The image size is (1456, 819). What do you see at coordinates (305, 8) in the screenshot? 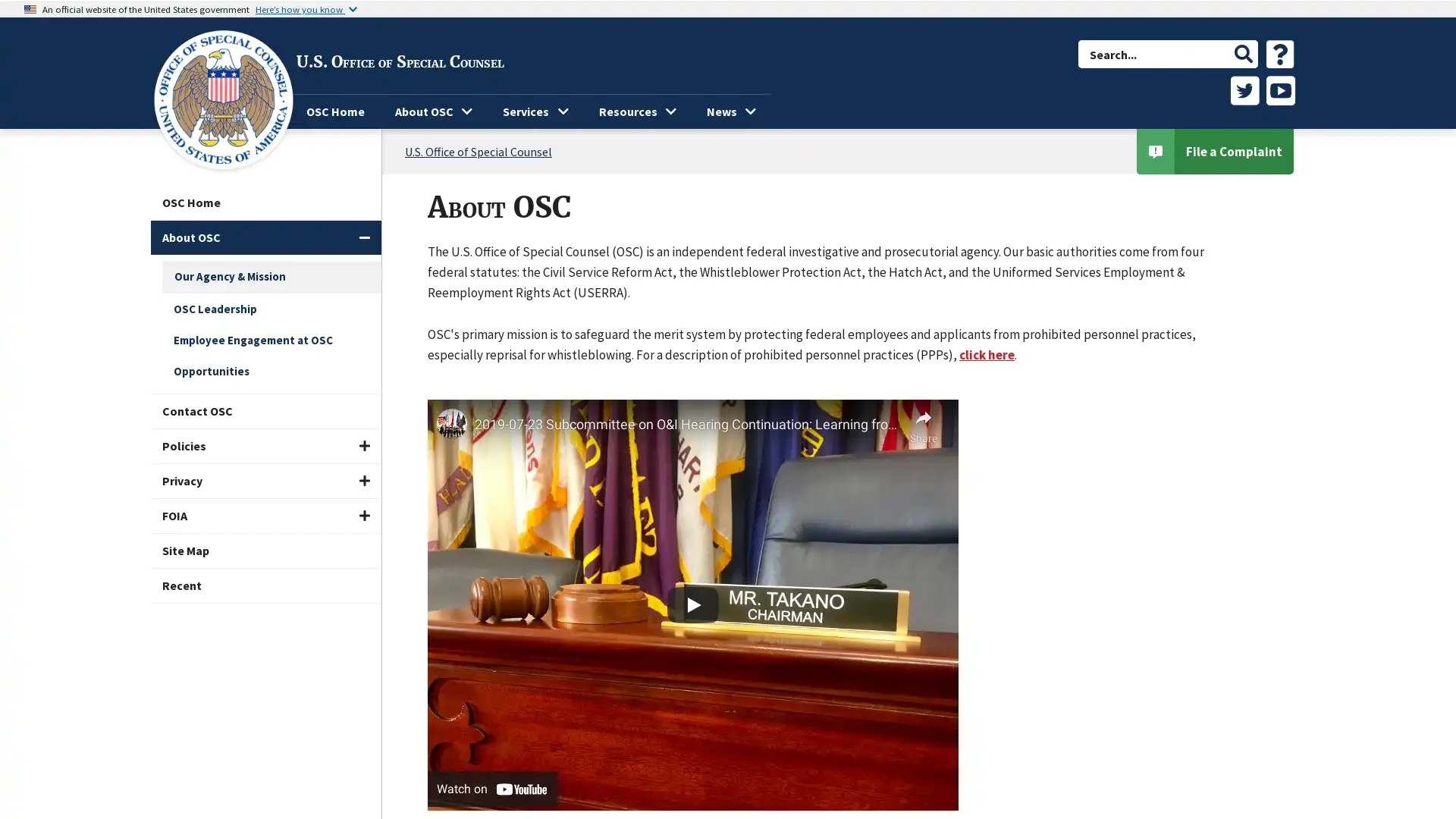
I see `Heres how you know` at bounding box center [305, 8].